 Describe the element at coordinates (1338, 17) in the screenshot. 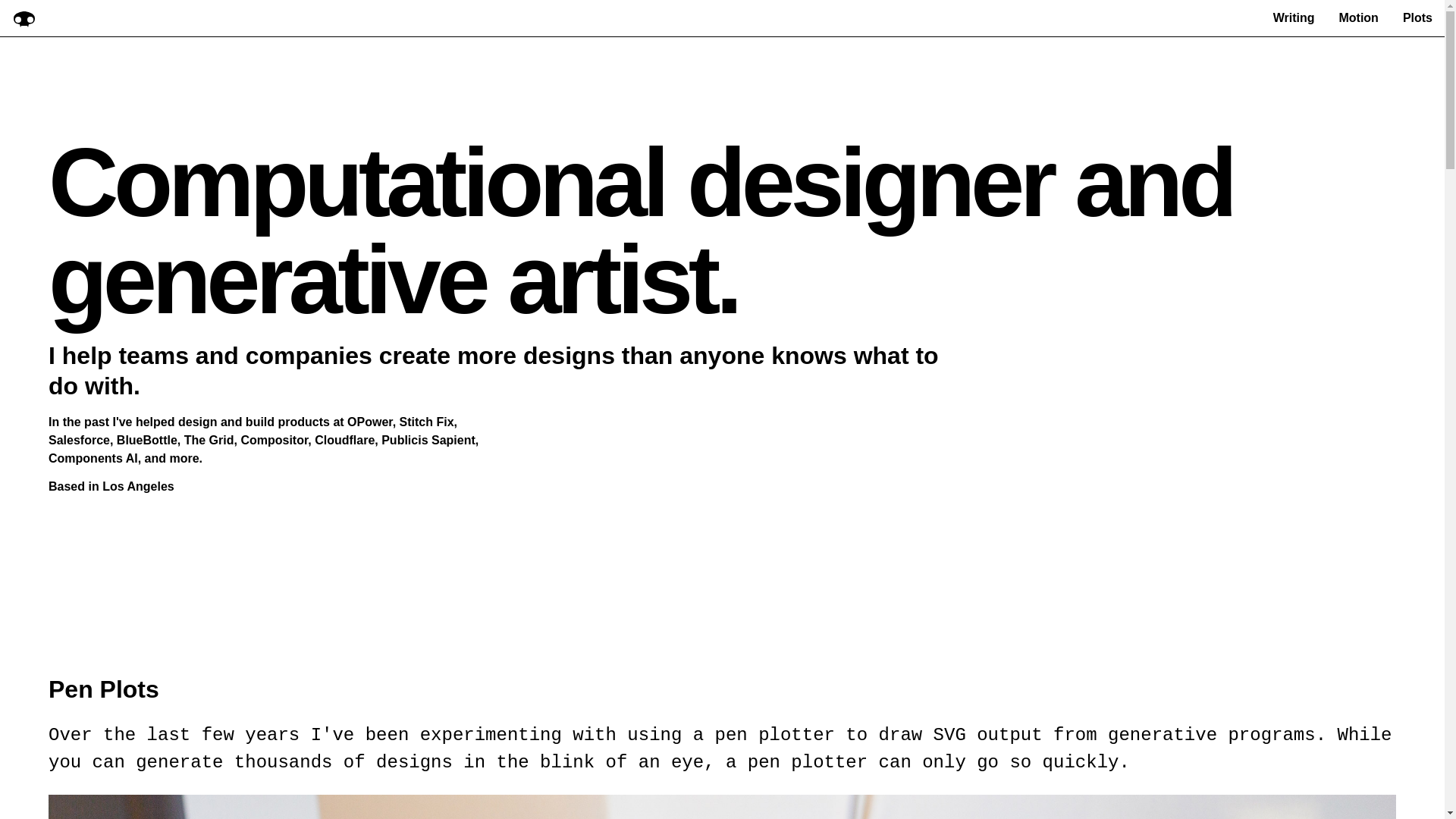

I see `'Motion'` at that location.